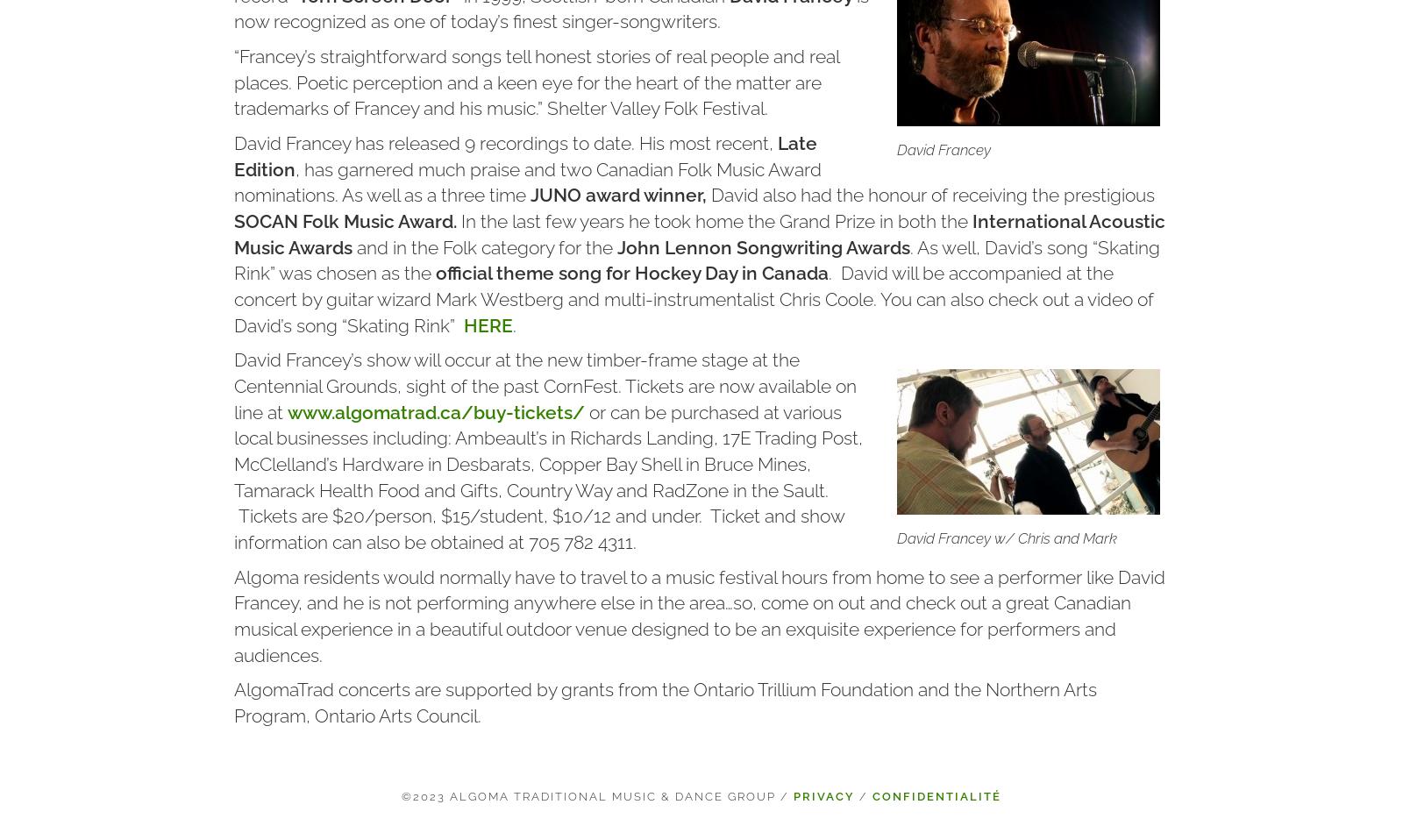  I want to click on 'Algoma residents would normally have to travel to a music festival hours from home to see a performer like David Francey, and he is not performing anywhere else in the area…so, come on out and check out a great Canadian musical experience in a beautiful outdoor venue designed to be an exquisite experience for performers and audiences.', so click(233, 615).